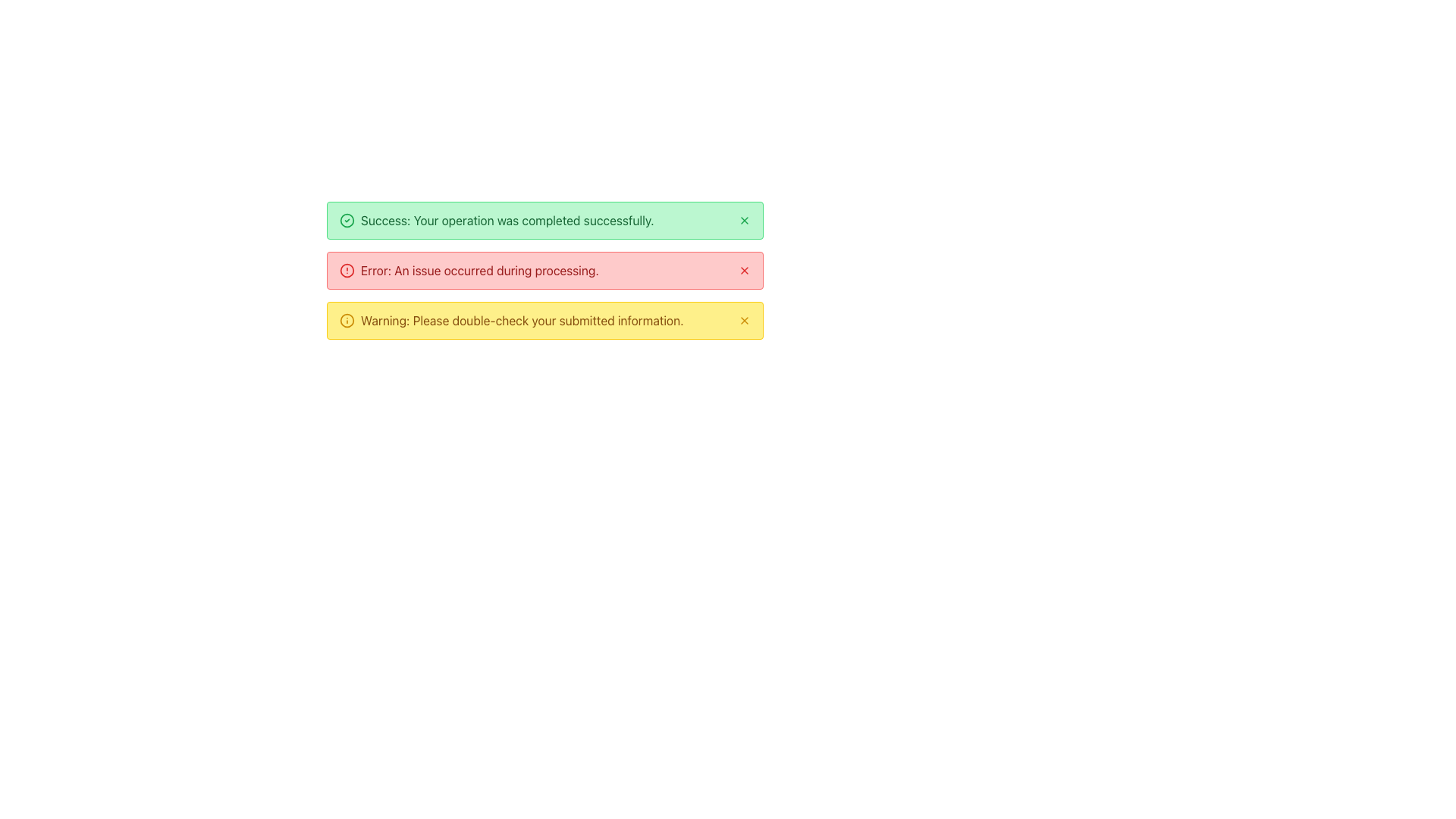  Describe the element at coordinates (346, 220) in the screenshot. I see `the decorative circle element of the 'Success' notification SVG icon located at the left side of the message box adjacent to the text 'Success: Your operation was completed successfully.'` at that location.